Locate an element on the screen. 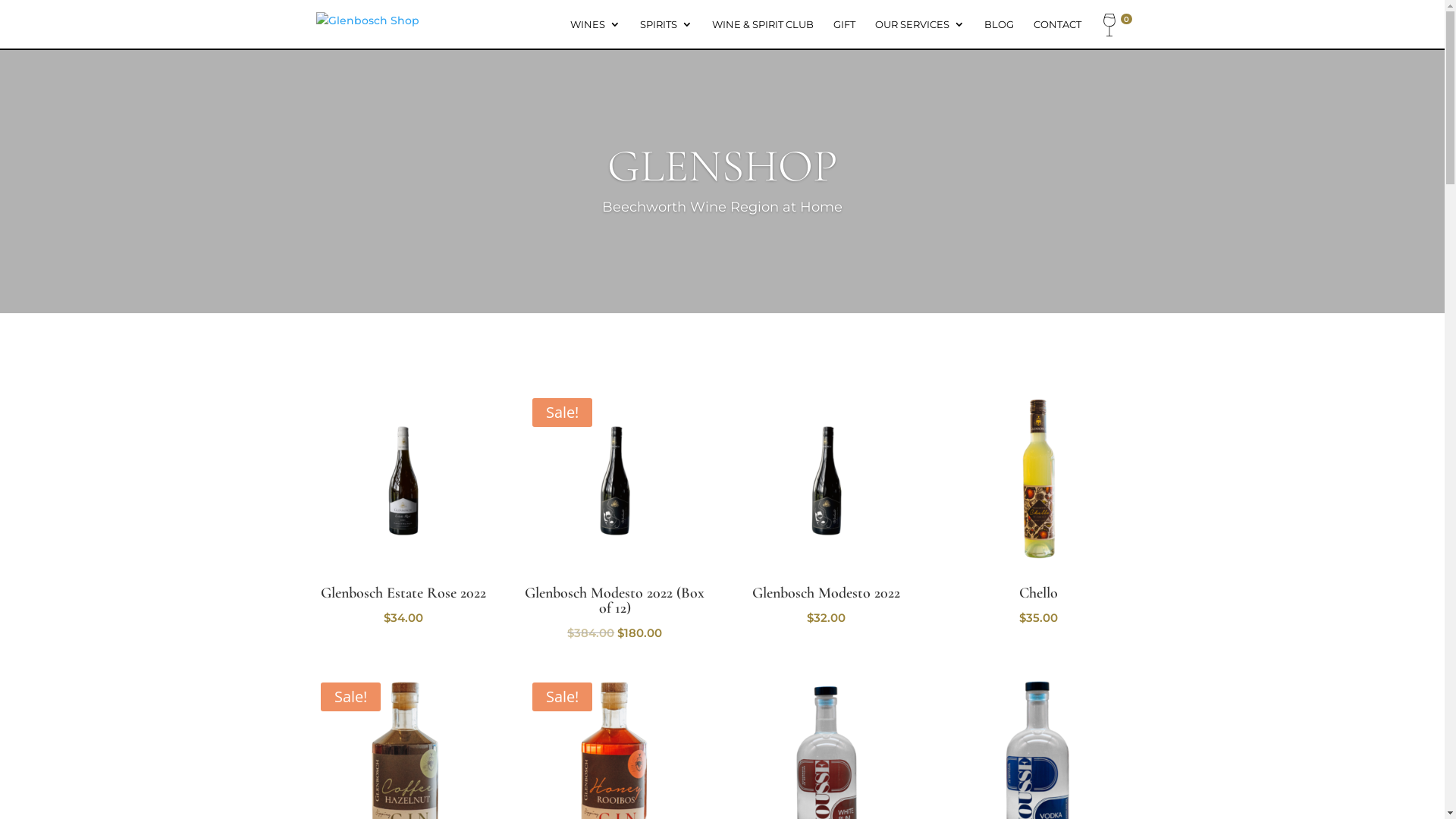  'Sale! is located at coordinates (615, 516).